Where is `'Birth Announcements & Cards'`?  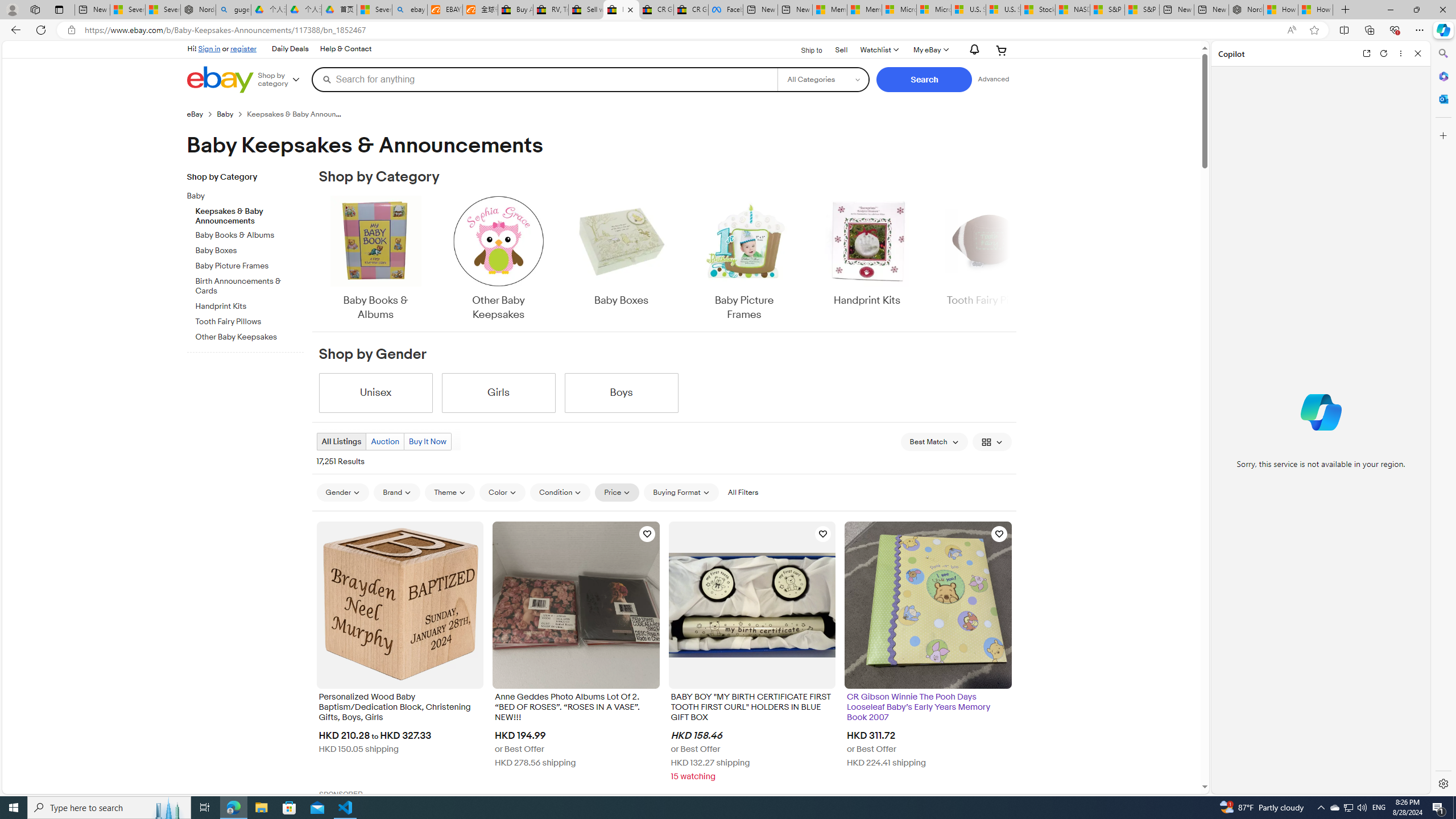 'Birth Announcements & Cards' is located at coordinates (250, 286).